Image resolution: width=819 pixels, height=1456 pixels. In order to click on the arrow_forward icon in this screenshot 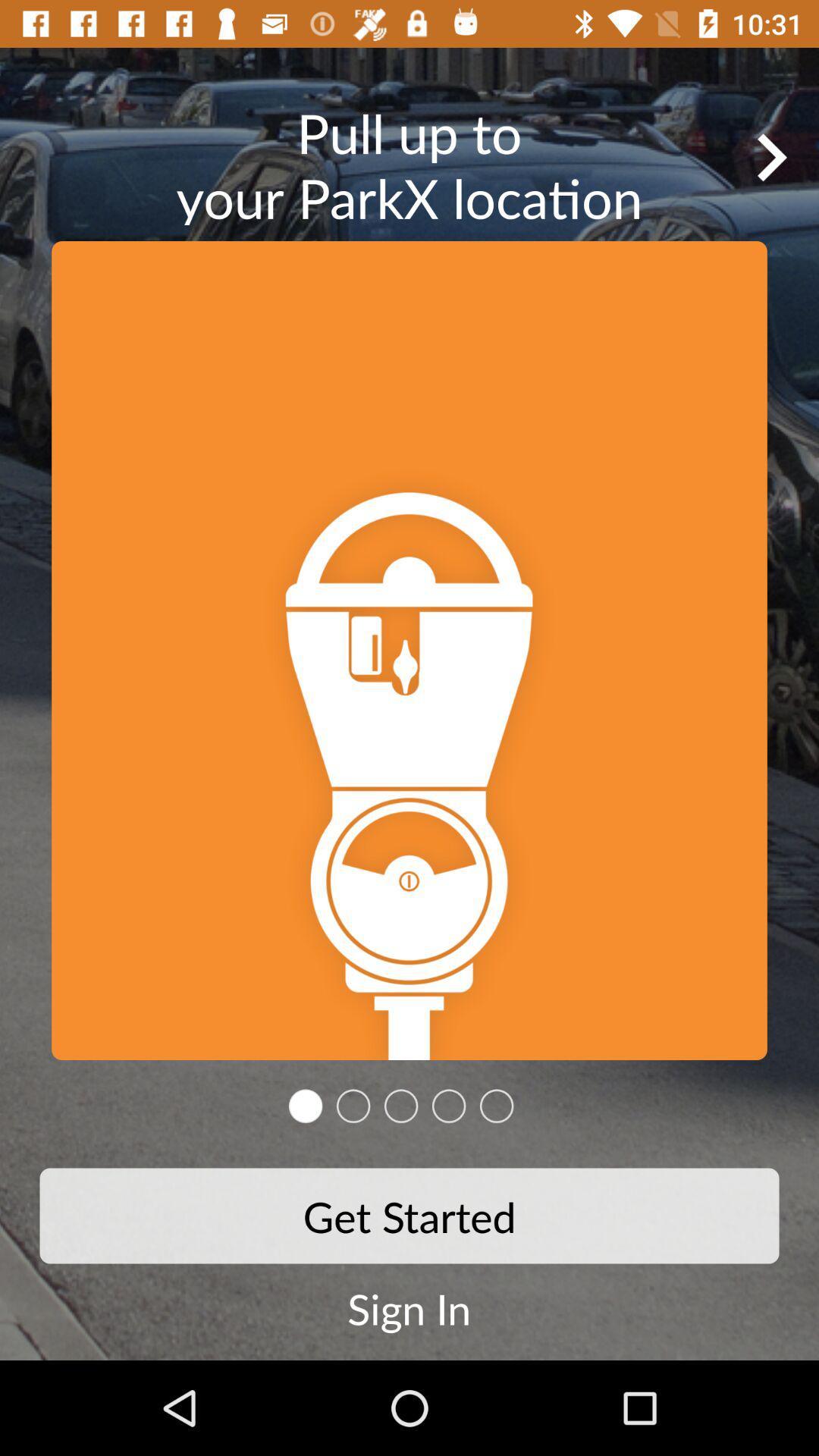, I will do `click(771, 157)`.